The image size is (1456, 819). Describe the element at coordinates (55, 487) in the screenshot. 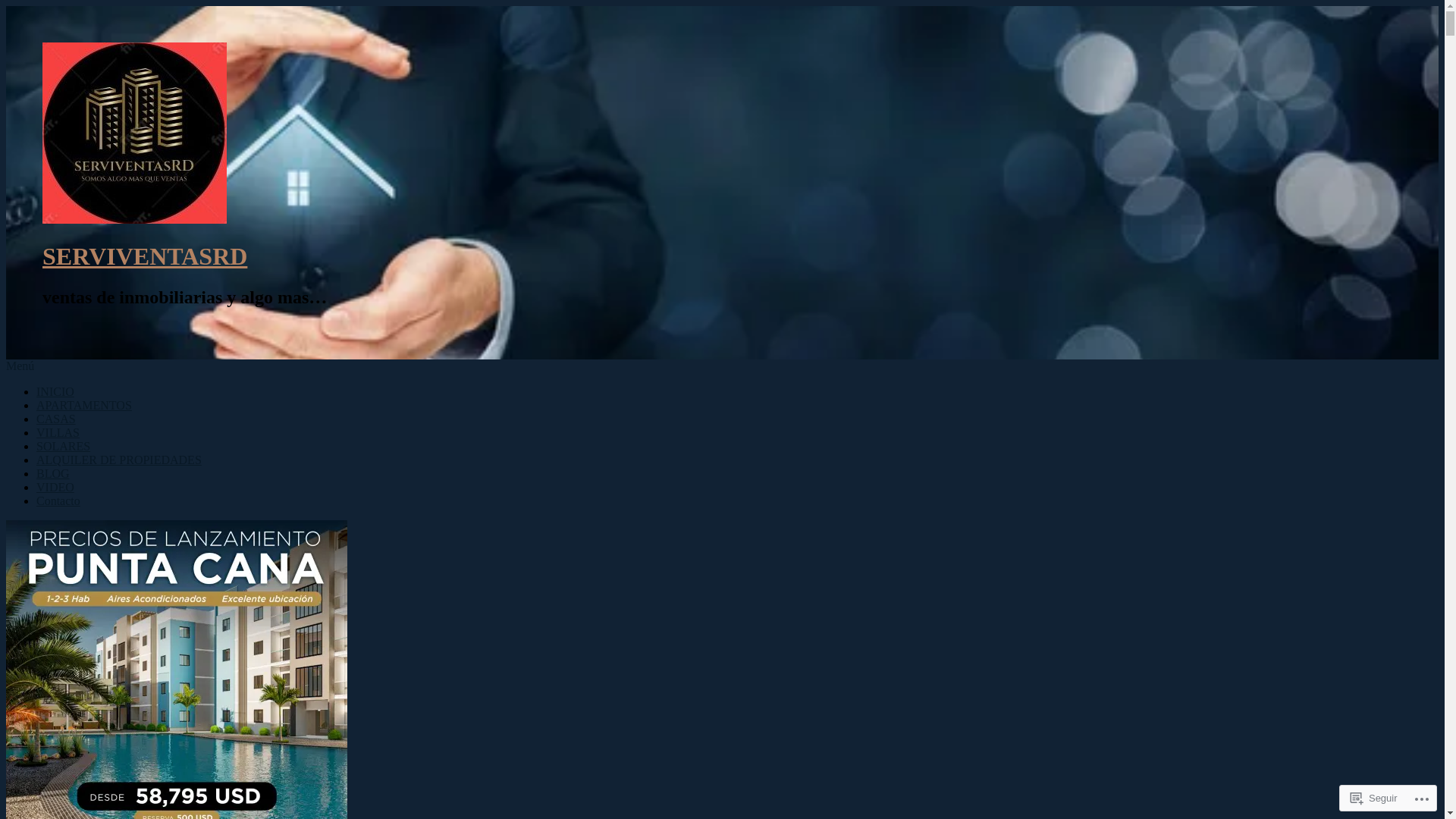

I see `'VIDEO'` at that location.